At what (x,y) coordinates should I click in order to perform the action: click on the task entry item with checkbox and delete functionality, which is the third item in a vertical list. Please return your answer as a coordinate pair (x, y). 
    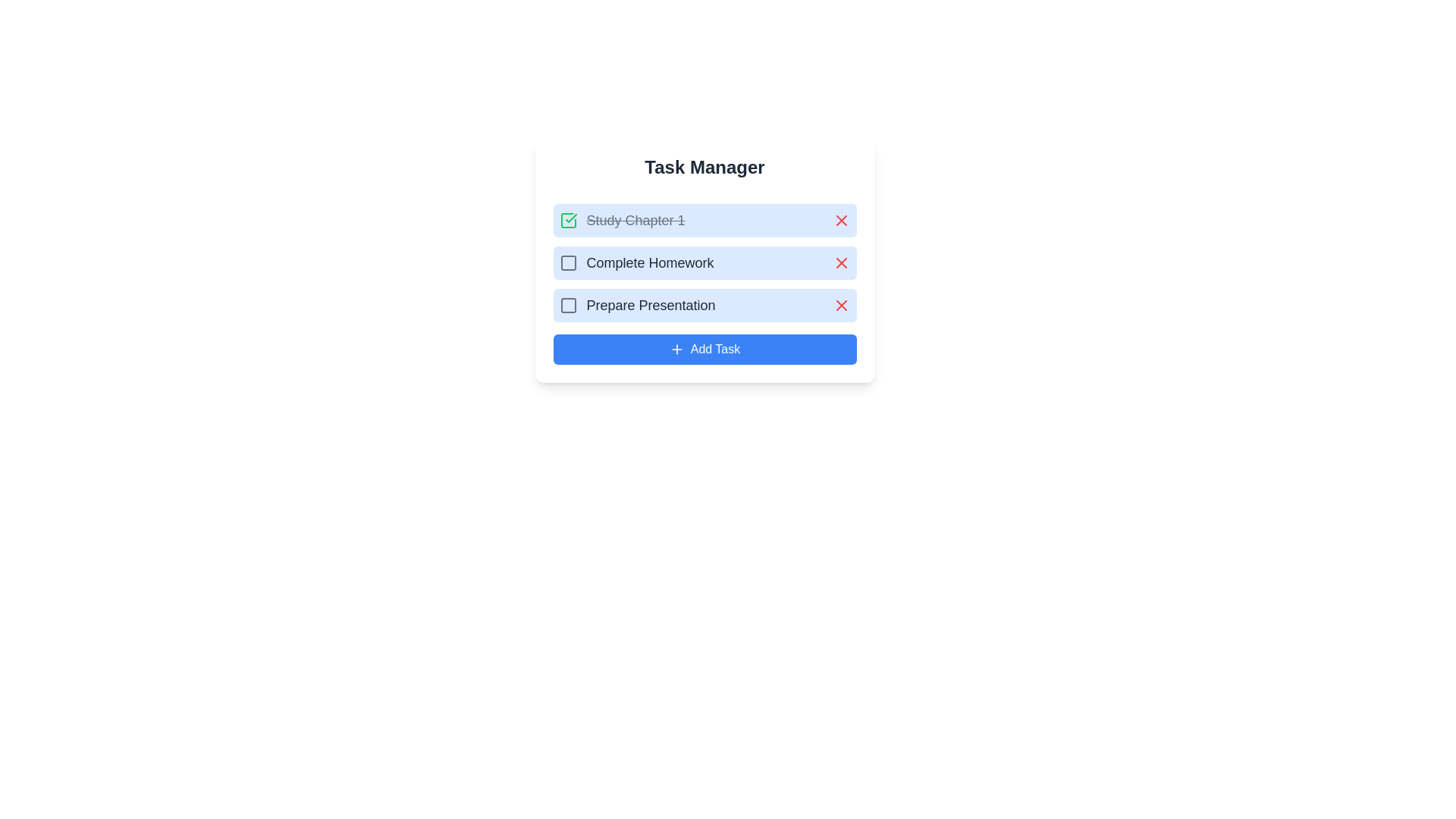
    Looking at the image, I should click on (704, 305).